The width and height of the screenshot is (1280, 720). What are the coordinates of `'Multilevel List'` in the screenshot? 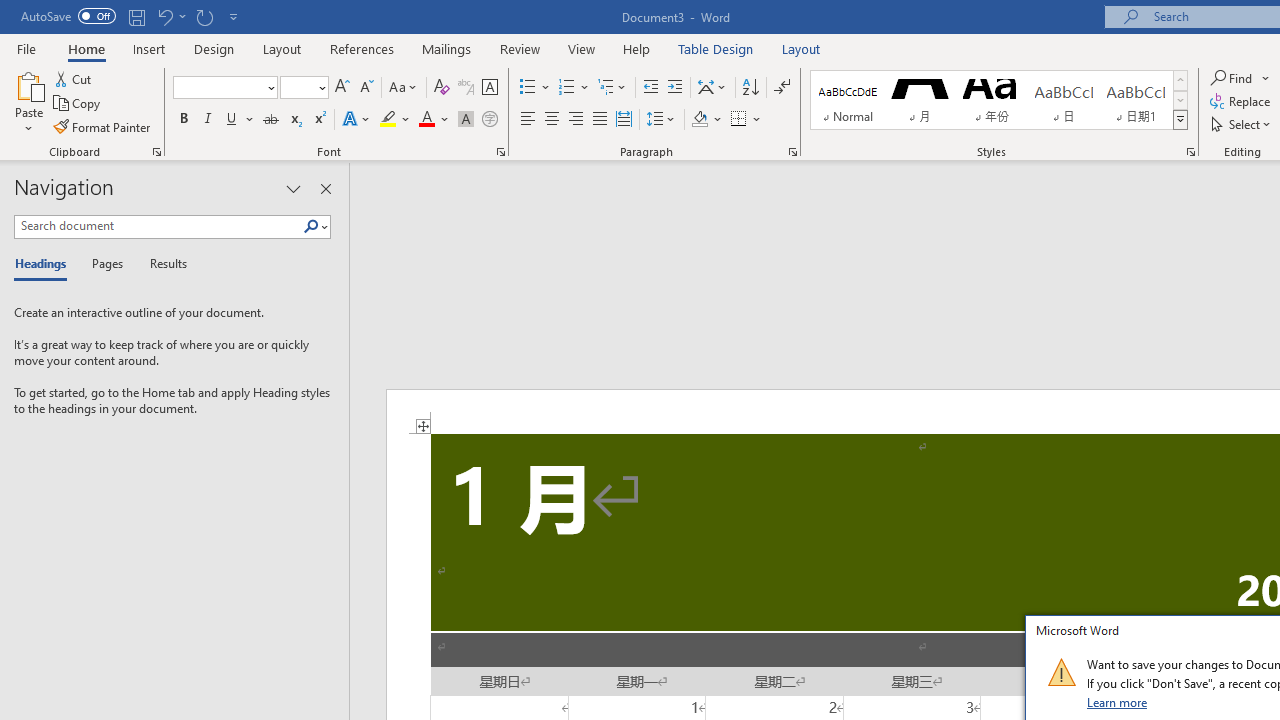 It's located at (612, 86).